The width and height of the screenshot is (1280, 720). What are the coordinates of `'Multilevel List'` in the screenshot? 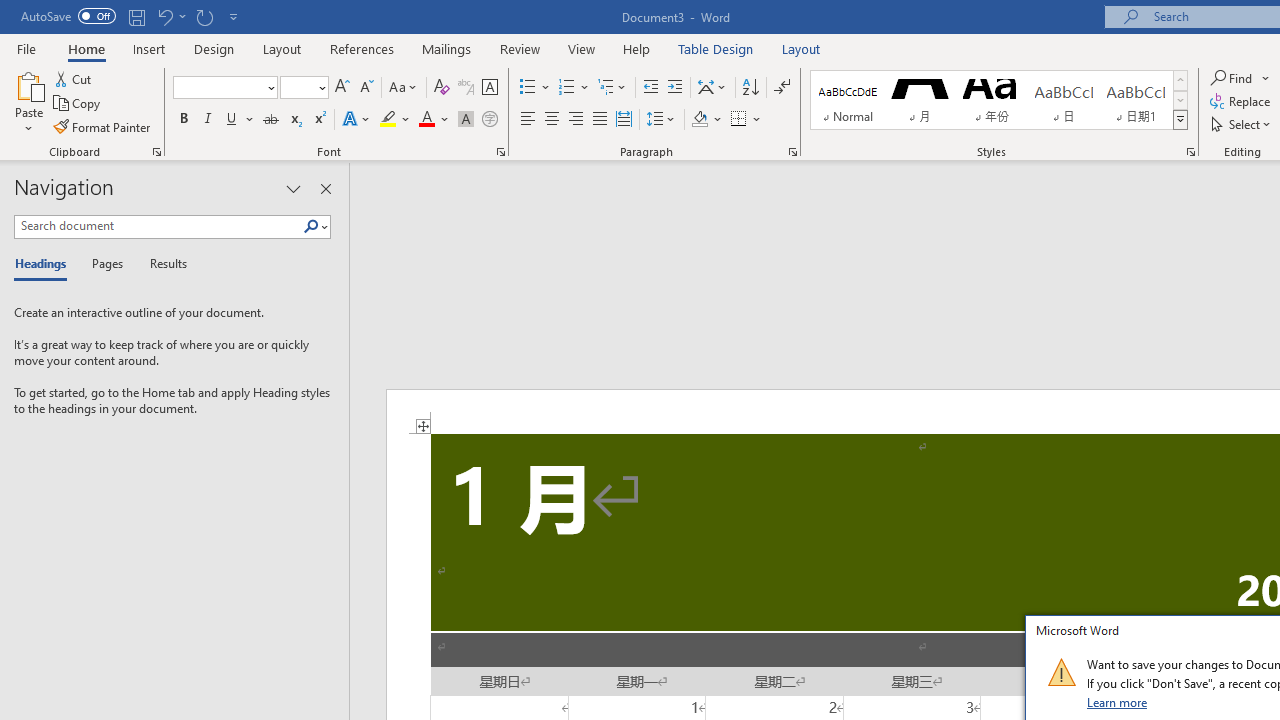 It's located at (612, 86).